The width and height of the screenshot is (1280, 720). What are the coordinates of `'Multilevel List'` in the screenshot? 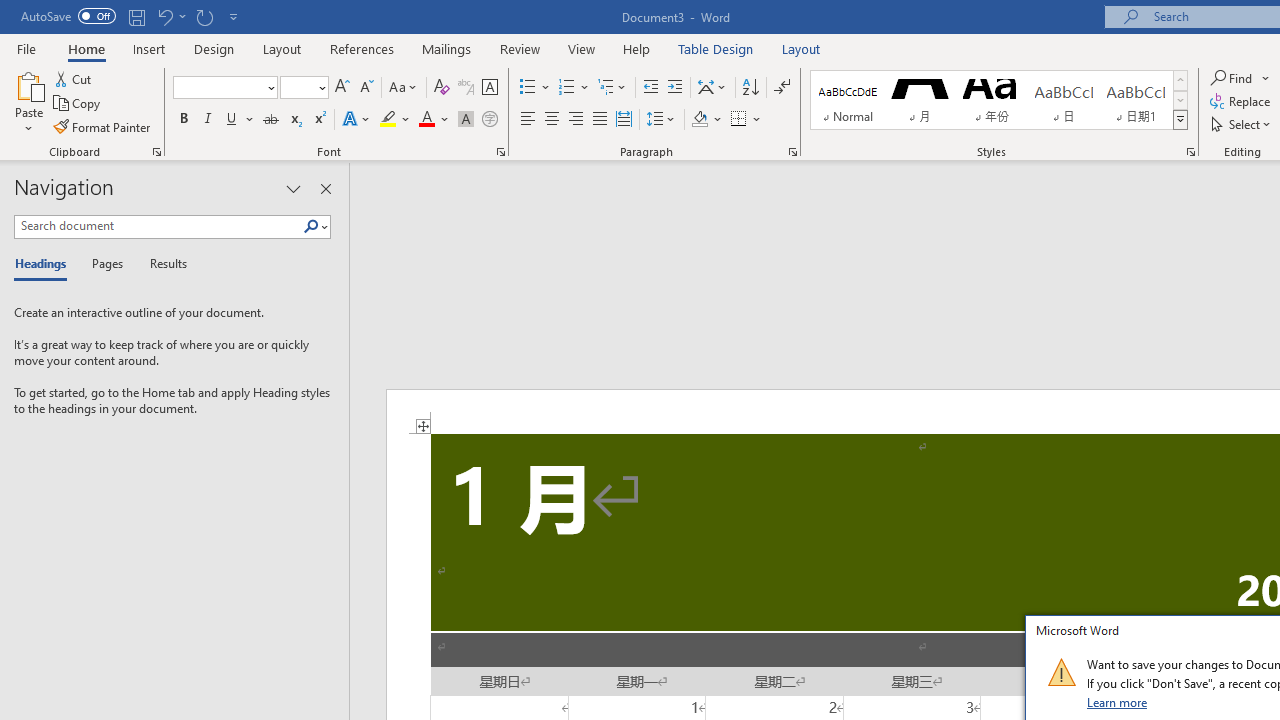 It's located at (612, 86).